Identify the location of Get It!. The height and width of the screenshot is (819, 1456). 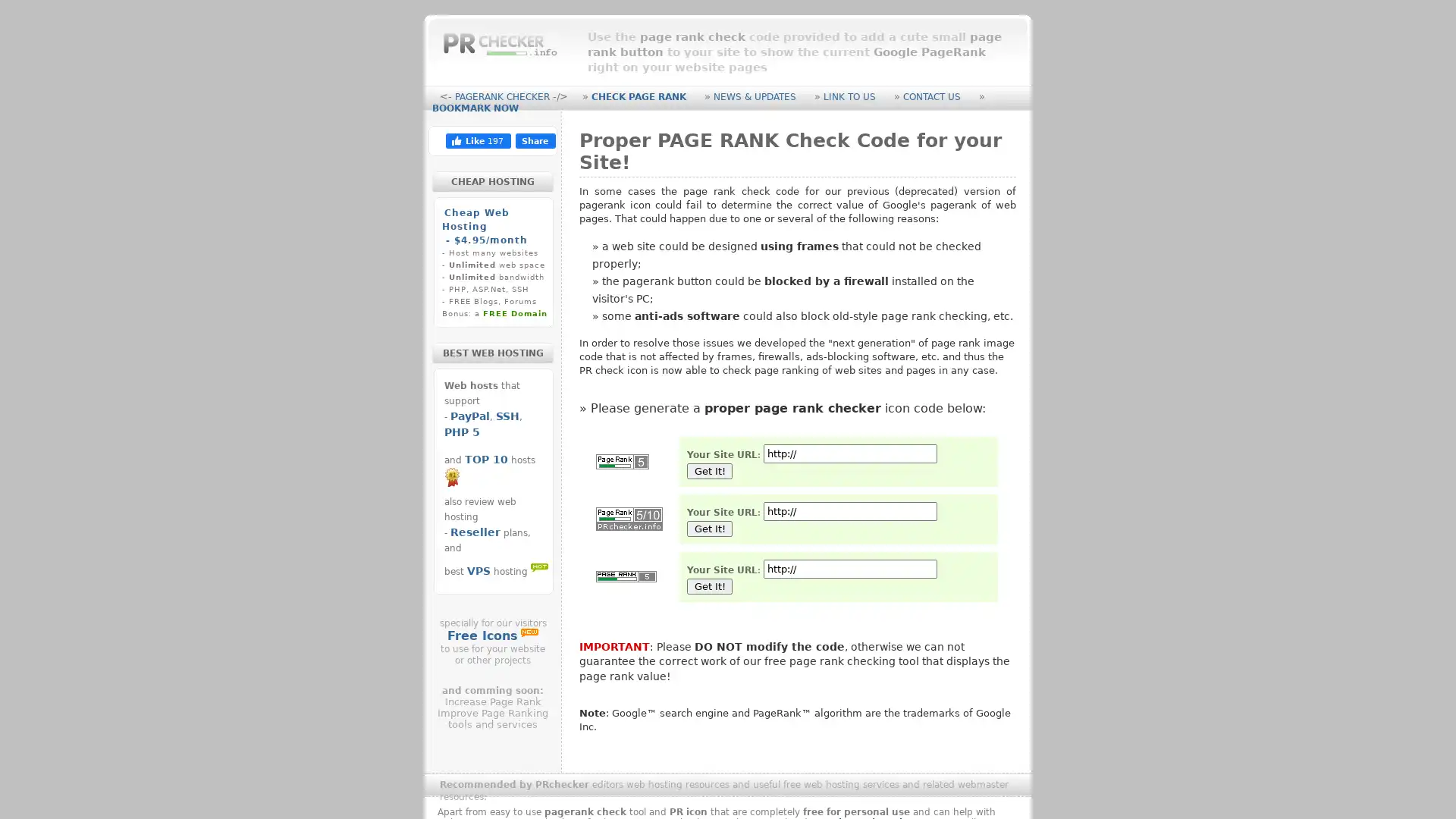
(709, 527).